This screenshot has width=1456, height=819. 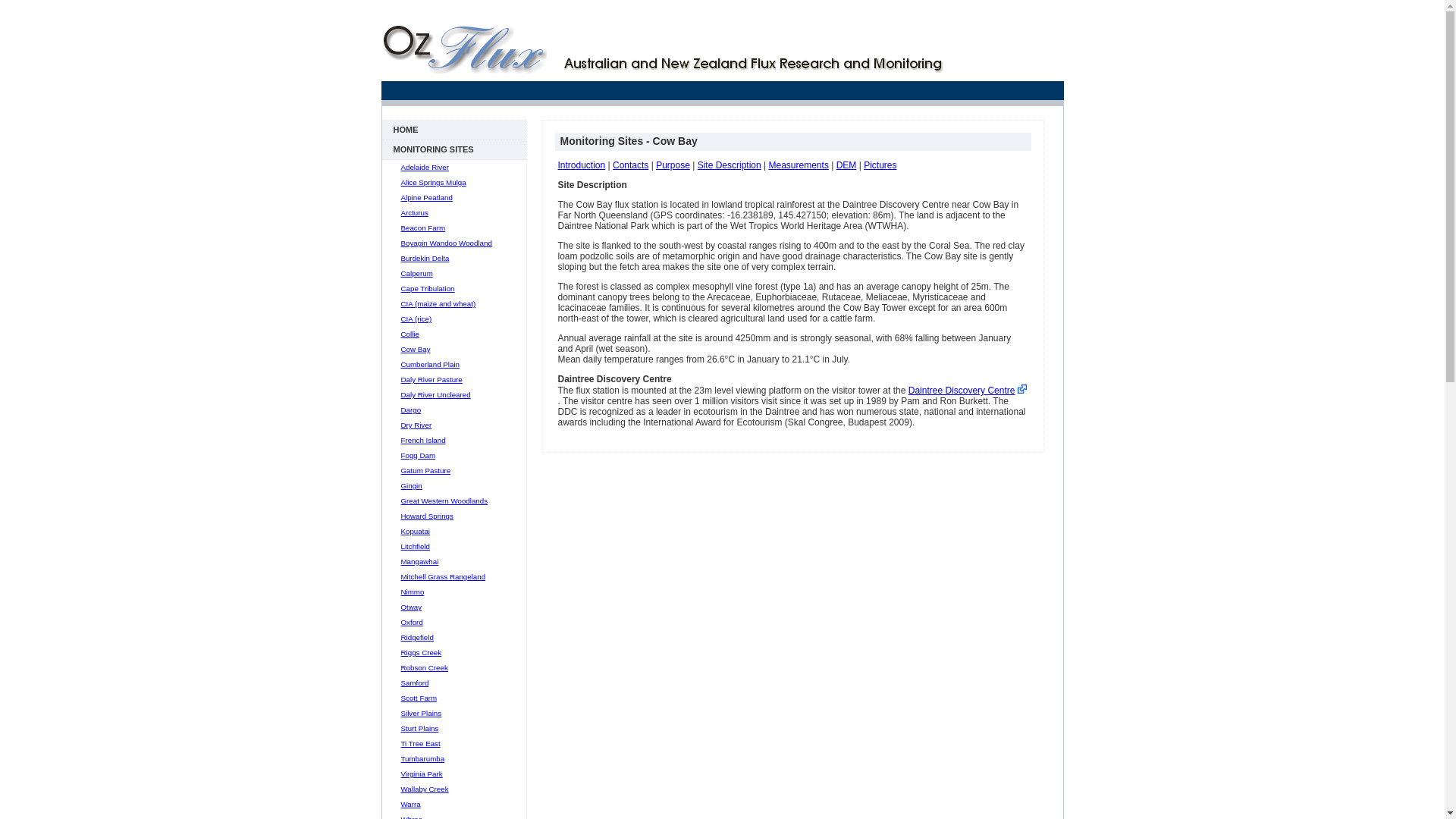 What do you see at coordinates (419, 561) in the screenshot?
I see `'Mangawhai'` at bounding box center [419, 561].